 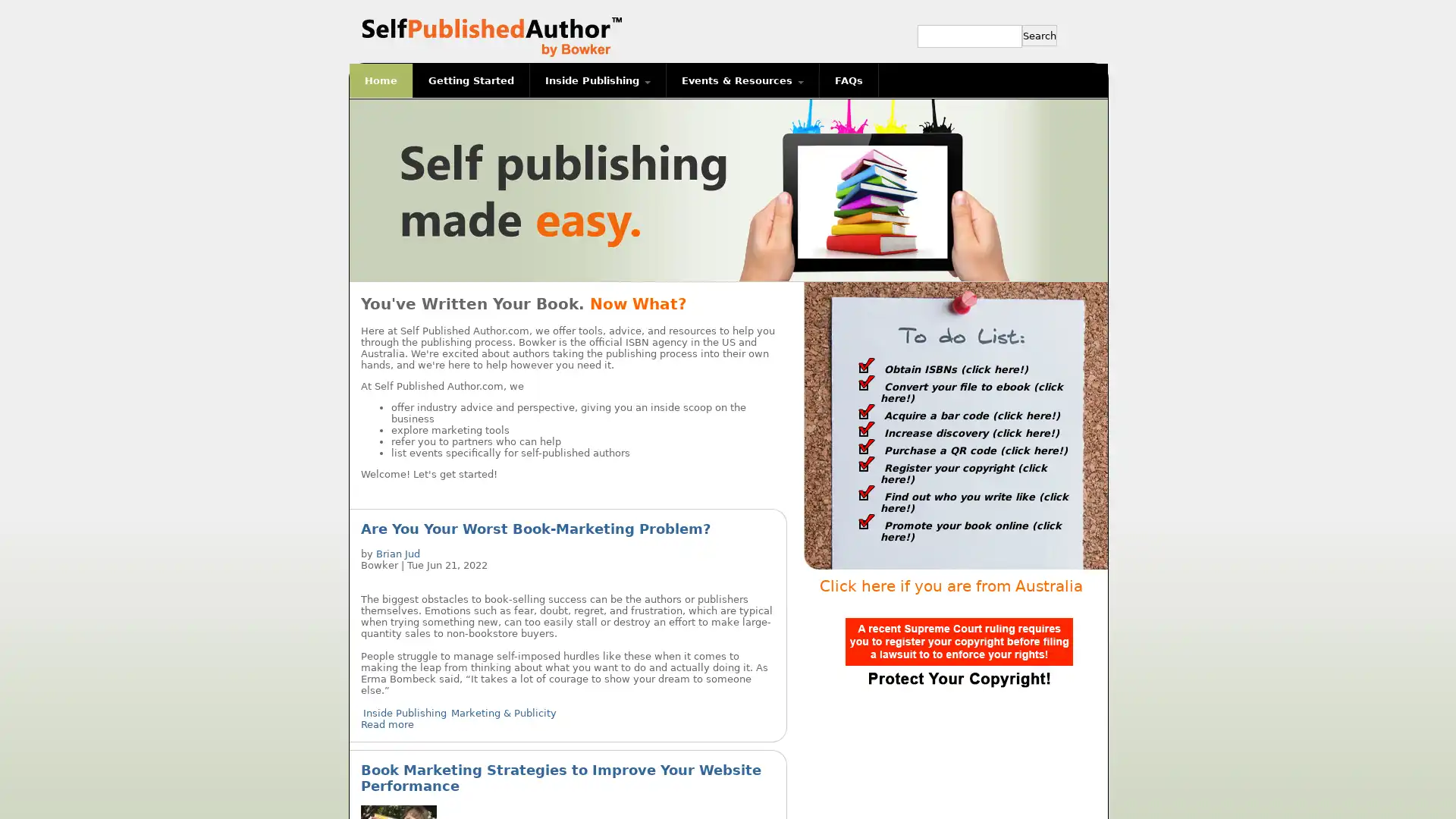 What do you see at coordinates (1039, 34) in the screenshot?
I see `Search` at bounding box center [1039, 34].